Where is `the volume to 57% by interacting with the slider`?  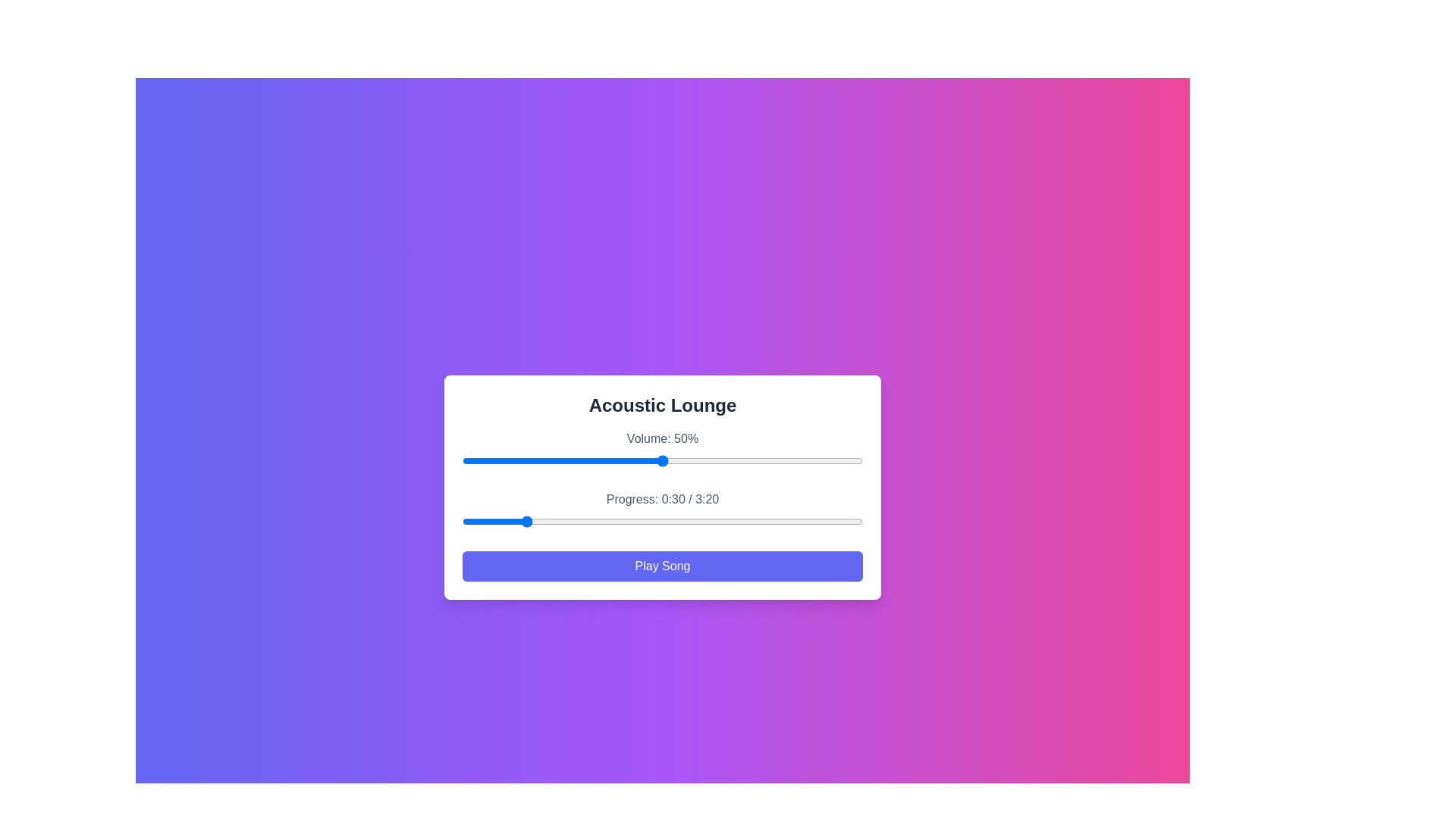
the volume to 57% by interacting with the slider is located at coordinates (690, 460).